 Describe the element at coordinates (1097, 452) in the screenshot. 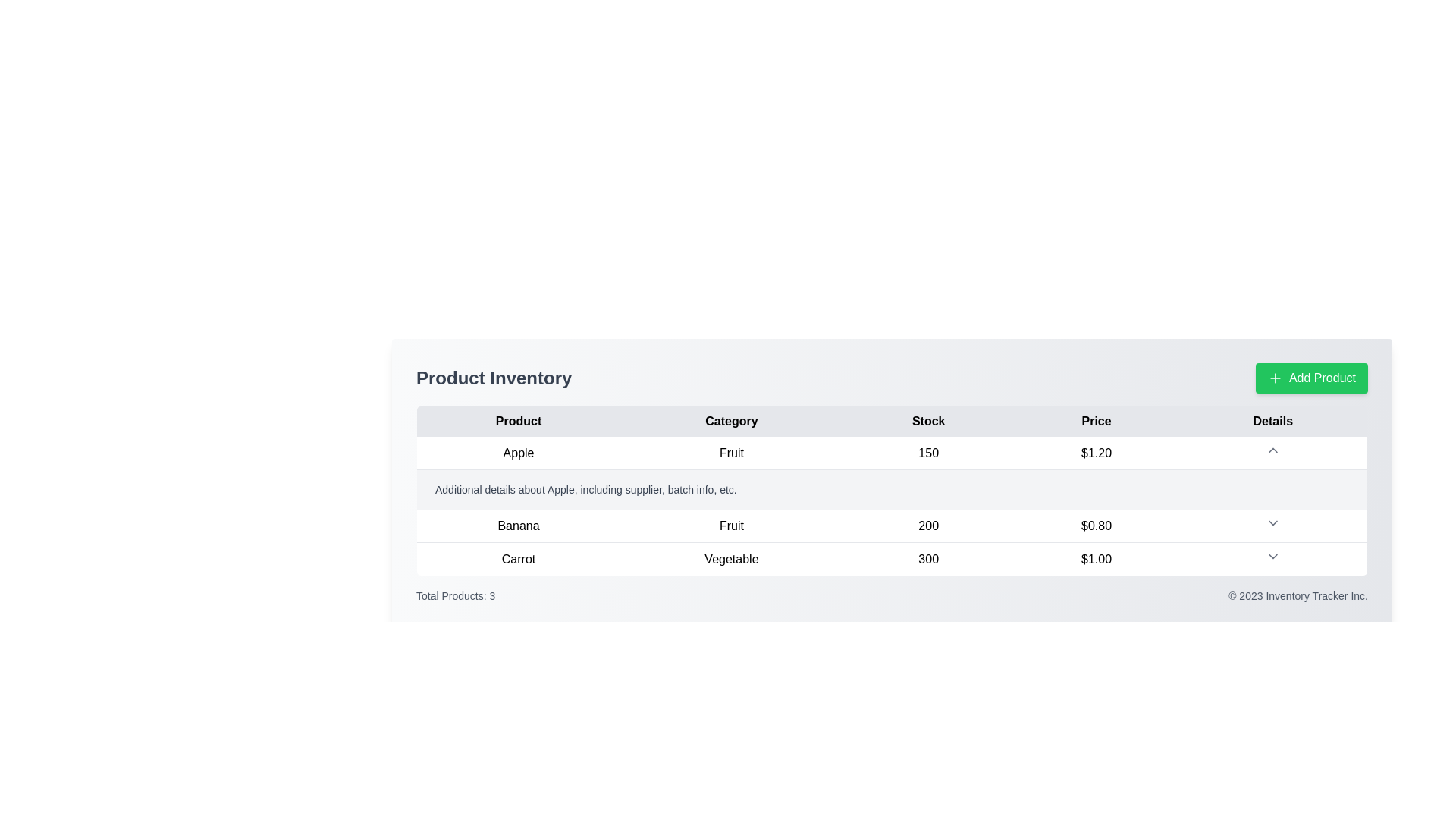

I see `the static text display showing the price '$1.20' for the product 'Apple' located in the fourth column labeled 'Price'` at that location.